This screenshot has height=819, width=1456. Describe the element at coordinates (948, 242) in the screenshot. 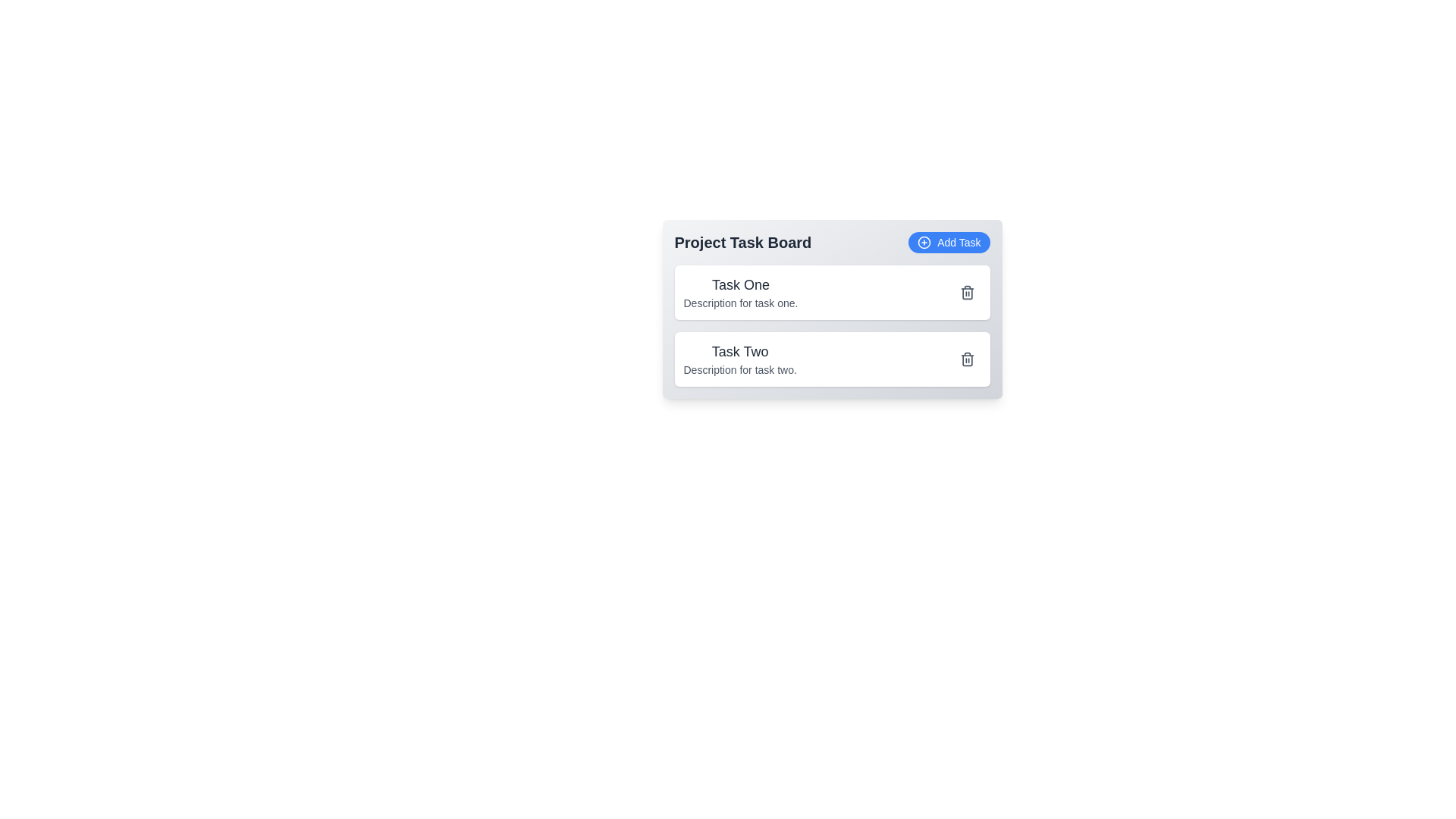

I see `the blue button labeled 'Add Task' with a plus icon, located in the top-right corner of the 'Project Task Board' section` at that location.